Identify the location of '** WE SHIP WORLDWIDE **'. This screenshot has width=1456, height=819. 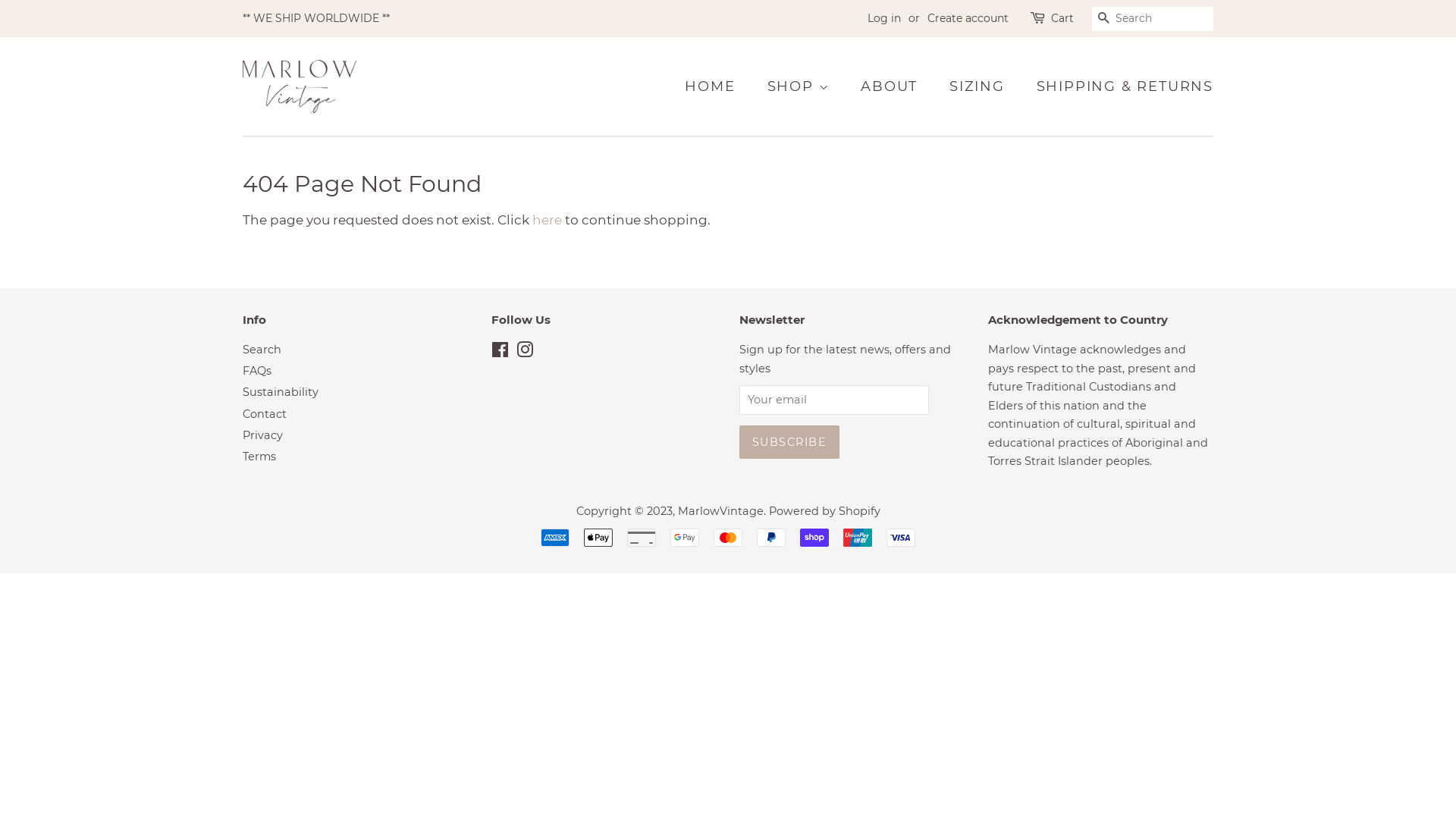
(315, 17).